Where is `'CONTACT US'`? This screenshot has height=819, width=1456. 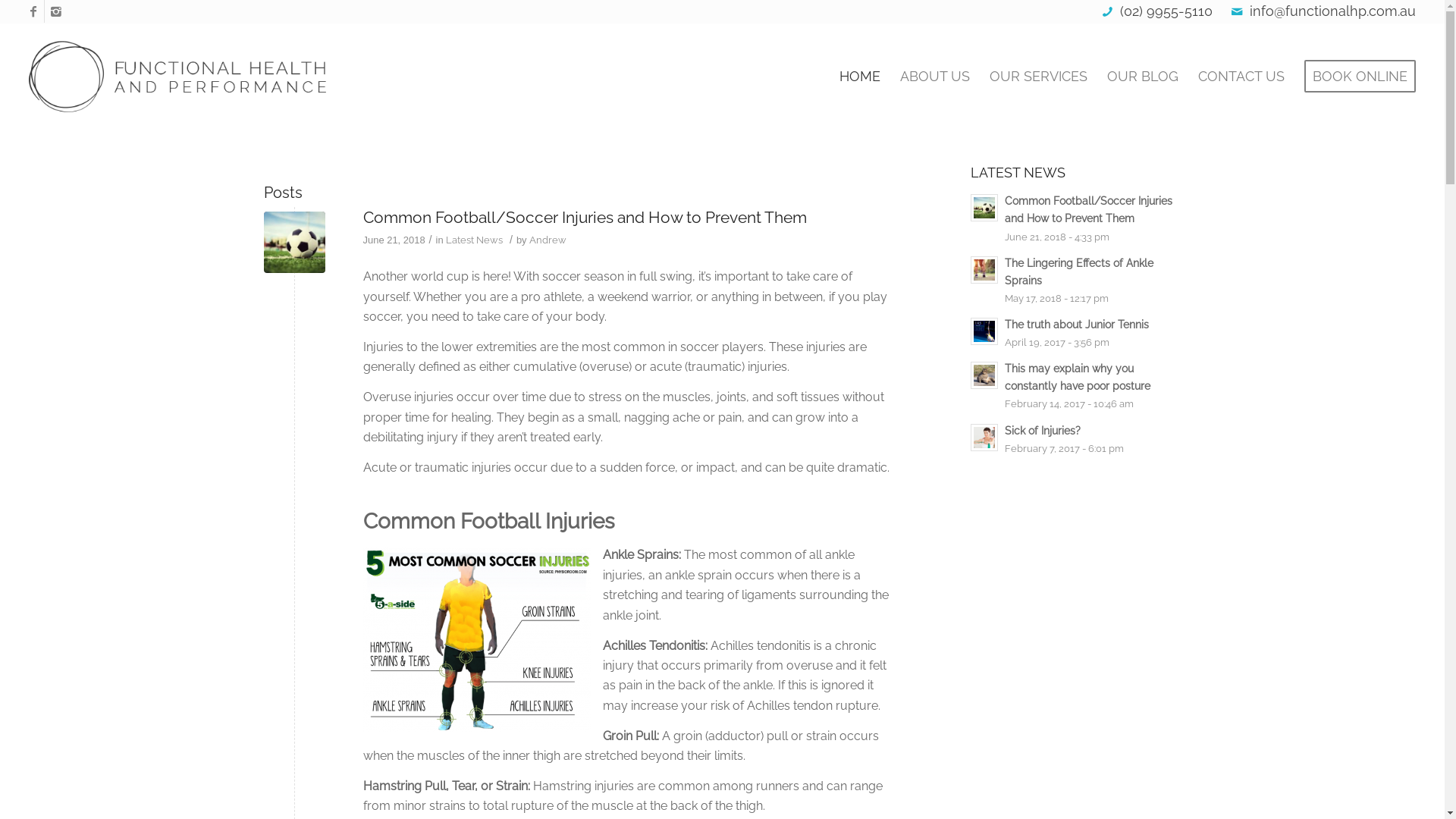 'CONTACT US' is located at coordinates (1241, 76).